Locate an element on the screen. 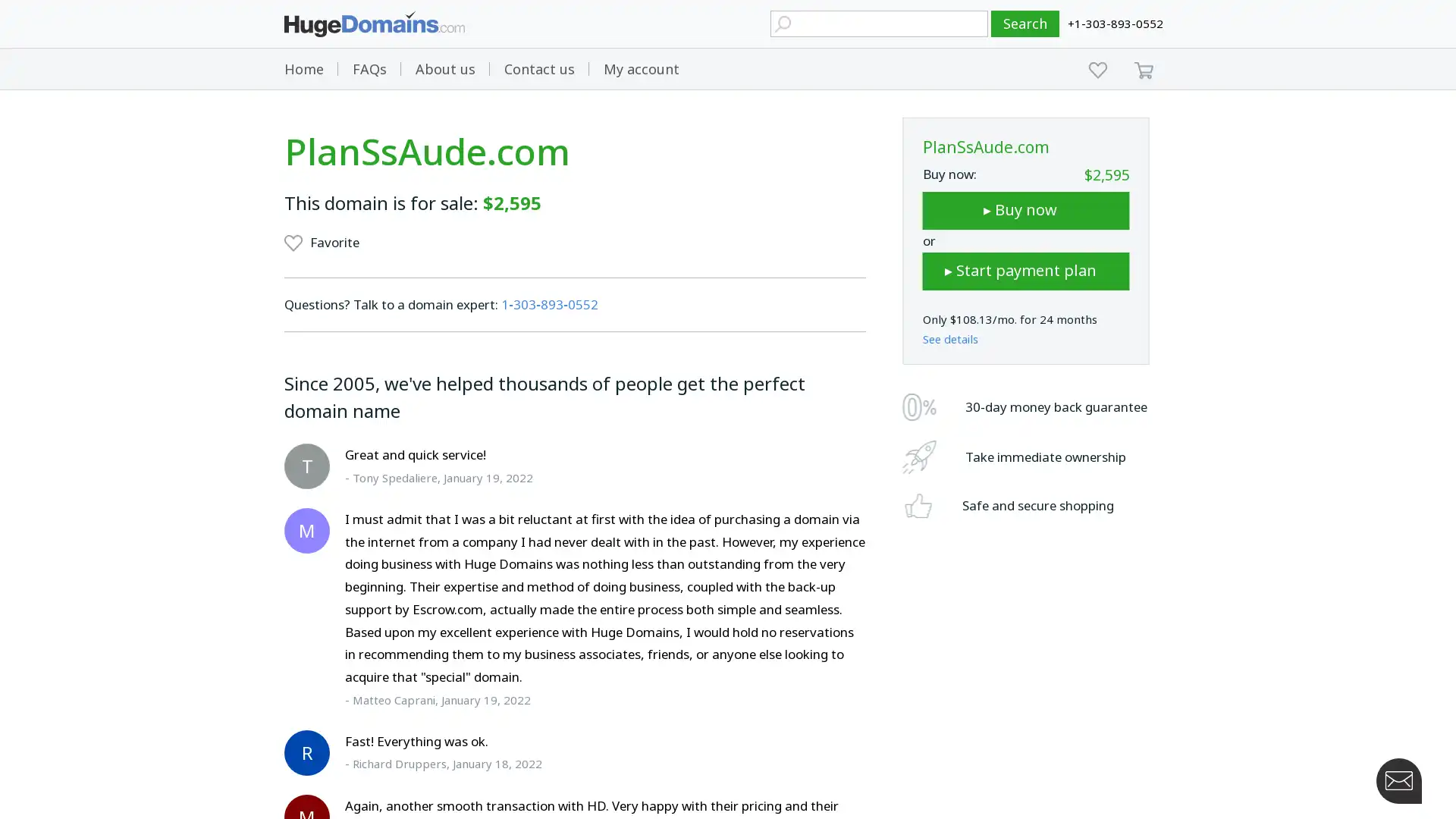  Search is located at coordinates (1025, 24).